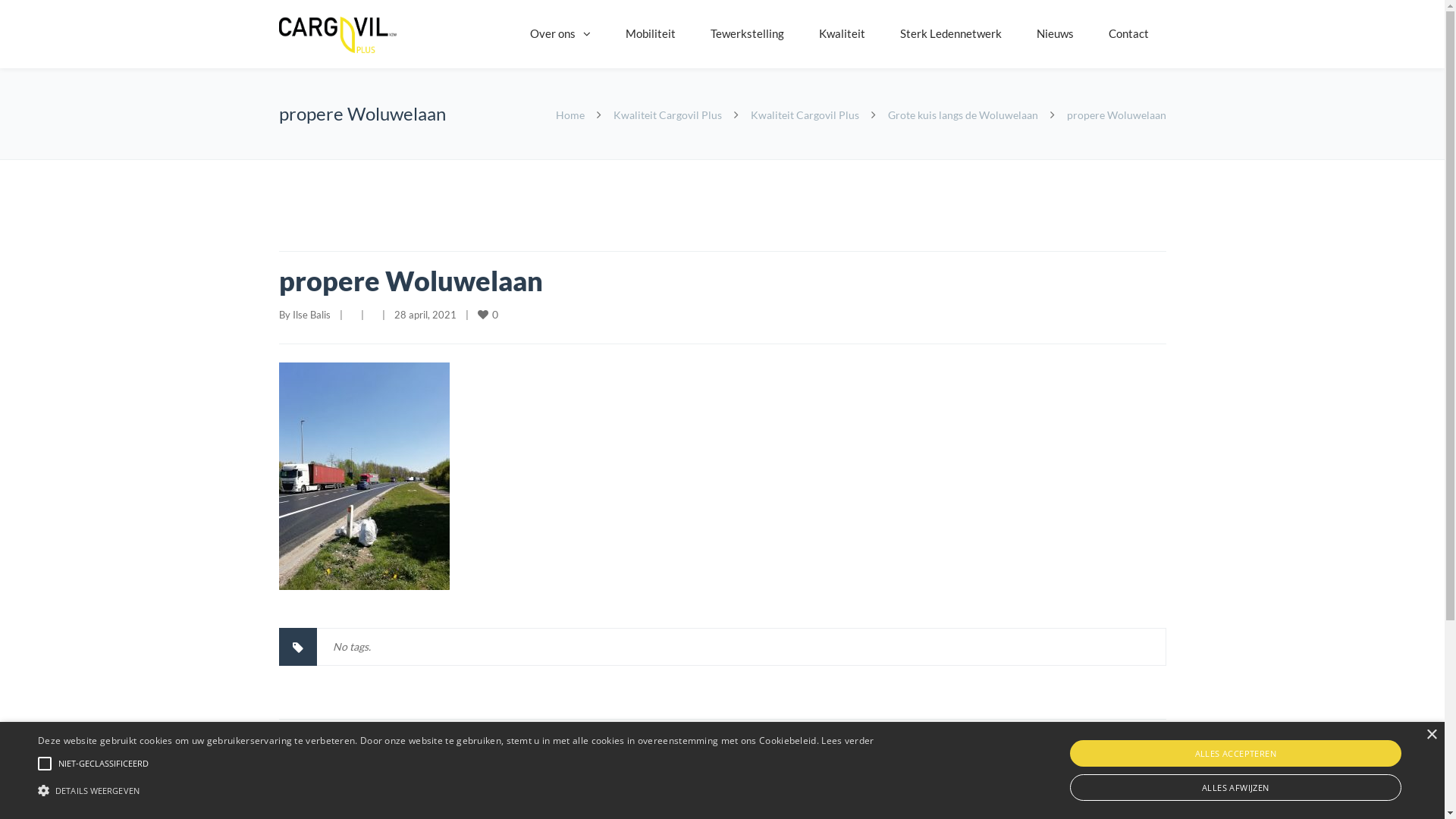 The image size is (1456, 819). Describe the element at coordinates (513, 34) in the screenshot. I see `'Over ons'` at that location.